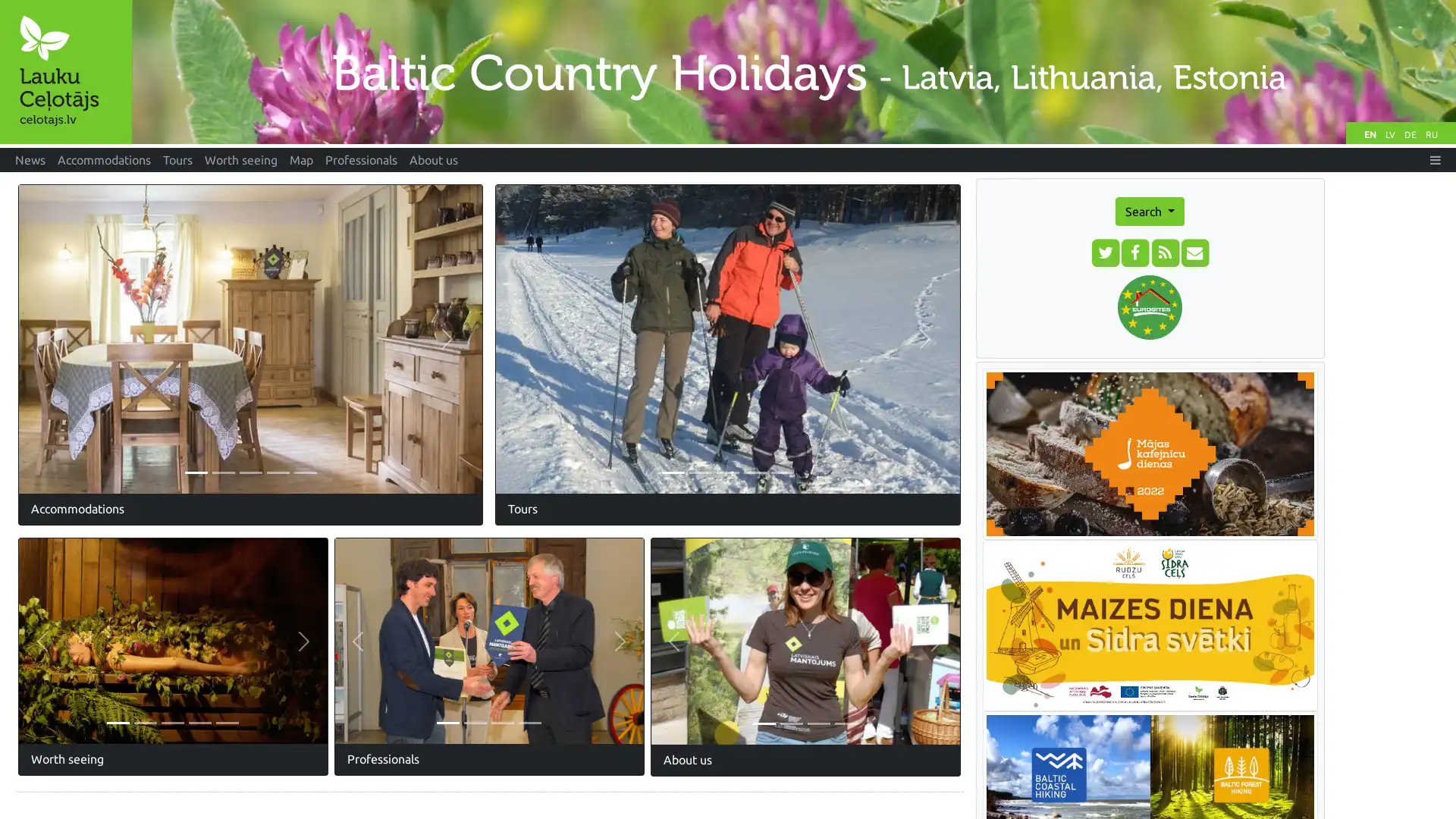 The height and width of the screenshot is (819, 1456). I want to click on Next, so click(924, 338).